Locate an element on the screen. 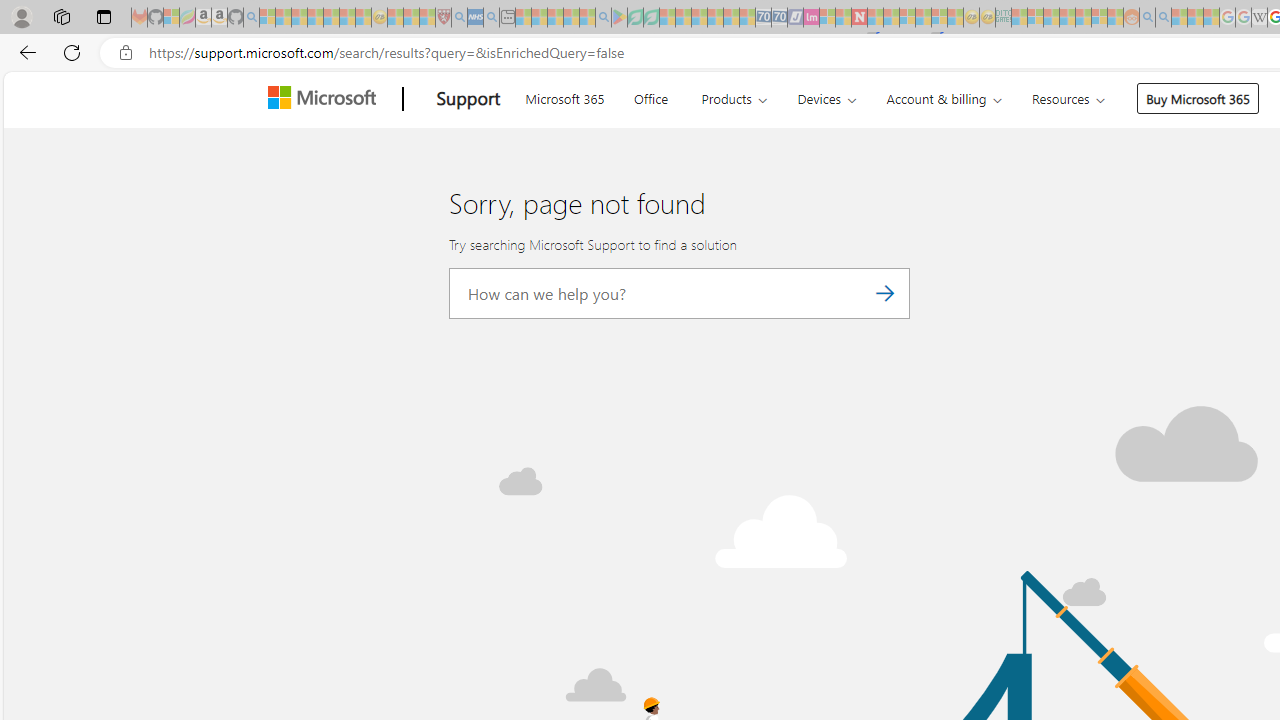 This screenshot has width=1280, height=720. 'Buy Microsoft 365' is located at coordinates (1198, 98).